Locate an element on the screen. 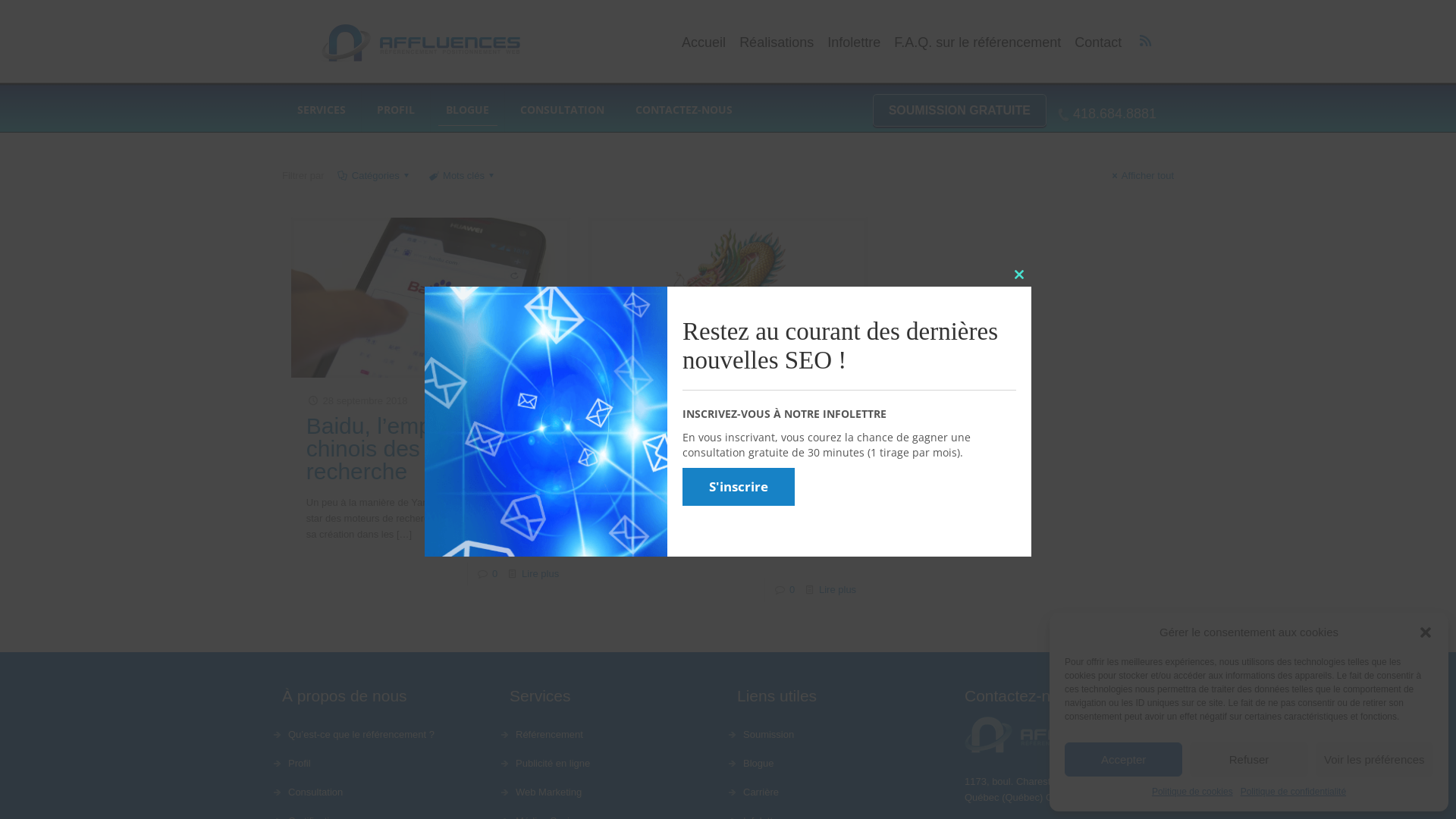  '0' is located at coordinates (494, 573).